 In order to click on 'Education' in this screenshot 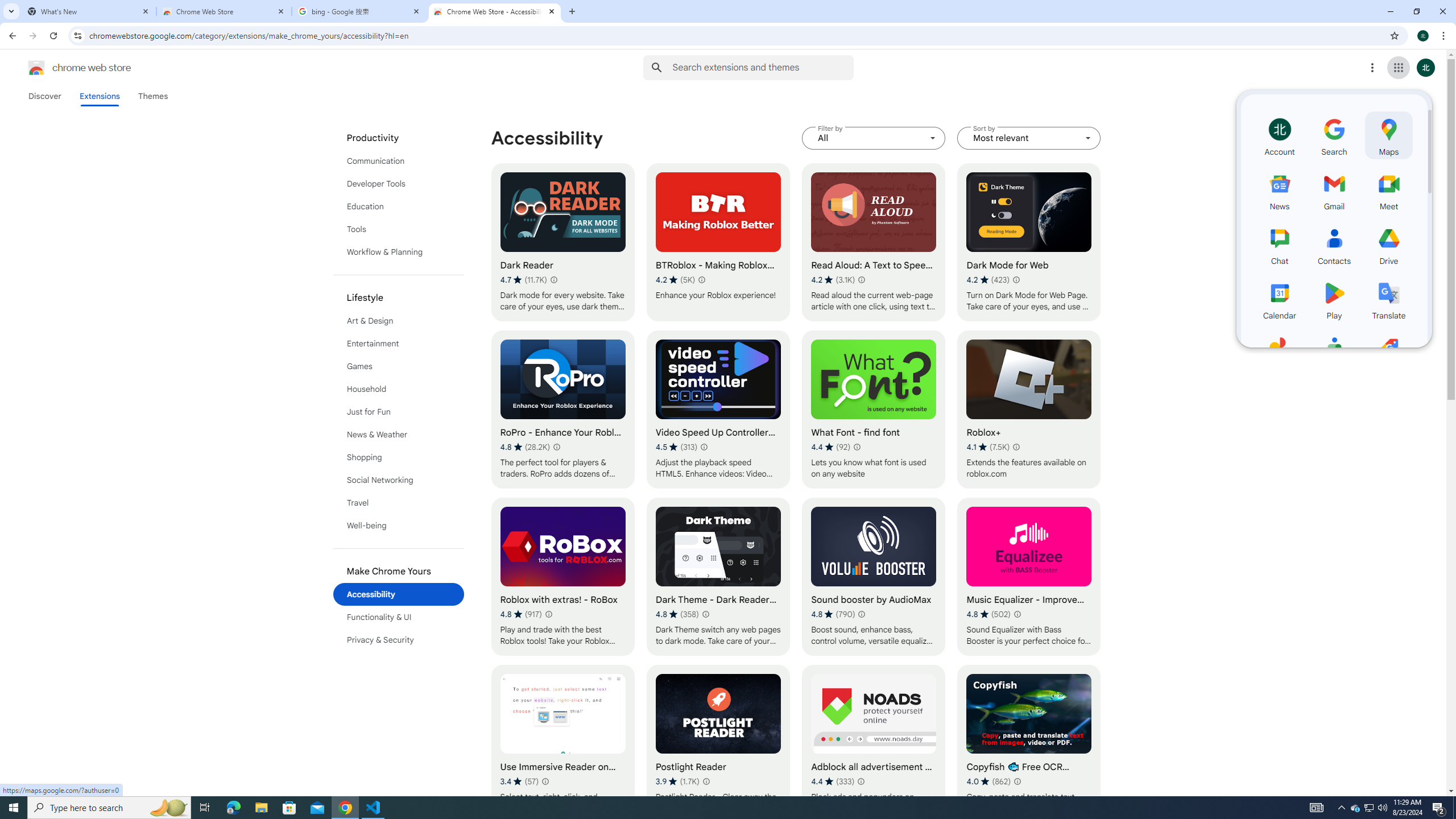, I will do `click(399, 205)`.